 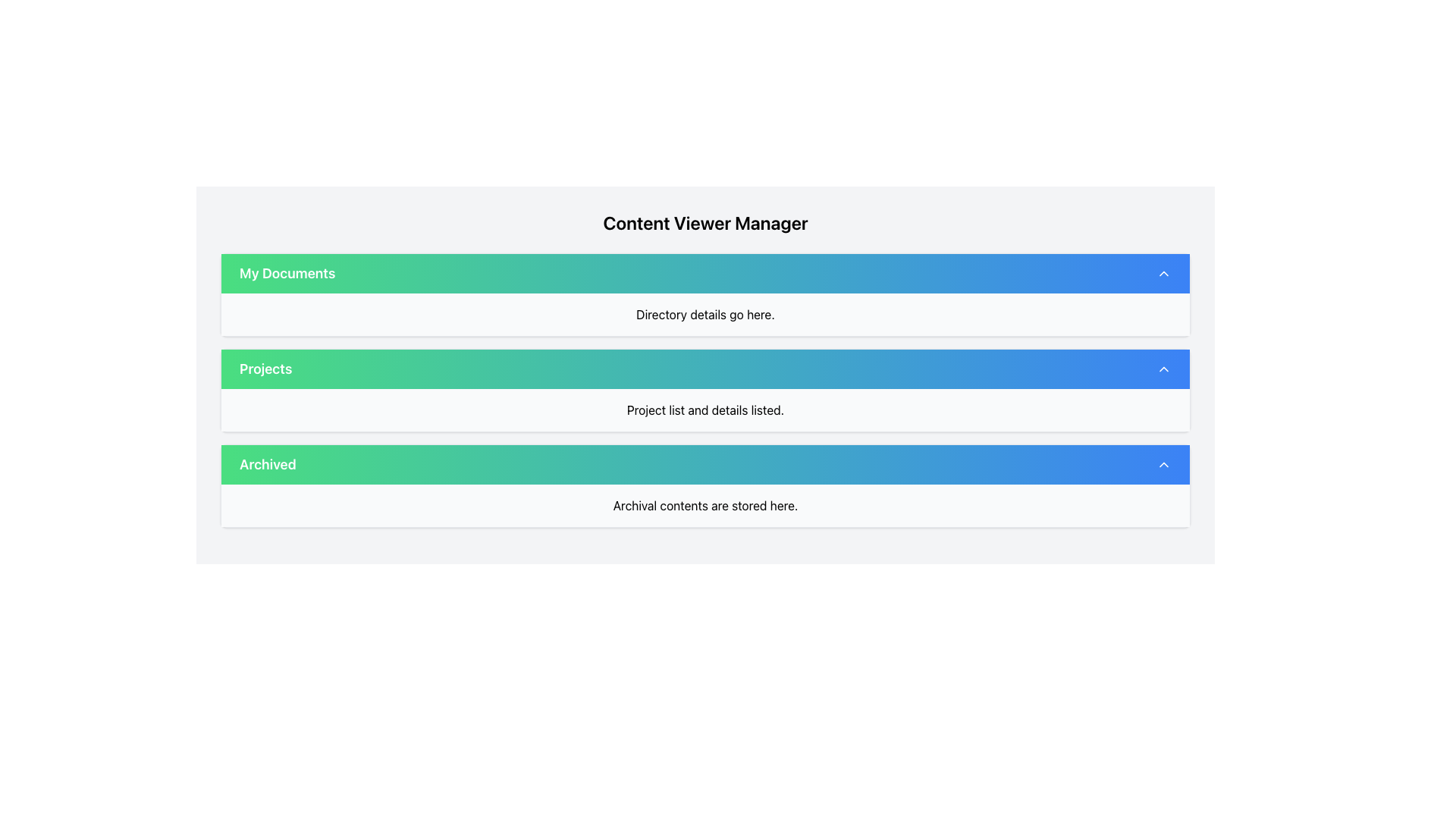 What do you see at coordinates (704, 314) in the screenshot?
I see `the static text label displaying 'Directory details go here.' located in the 'My Documents' section with a gradient background` at bounding box center [704, 314].